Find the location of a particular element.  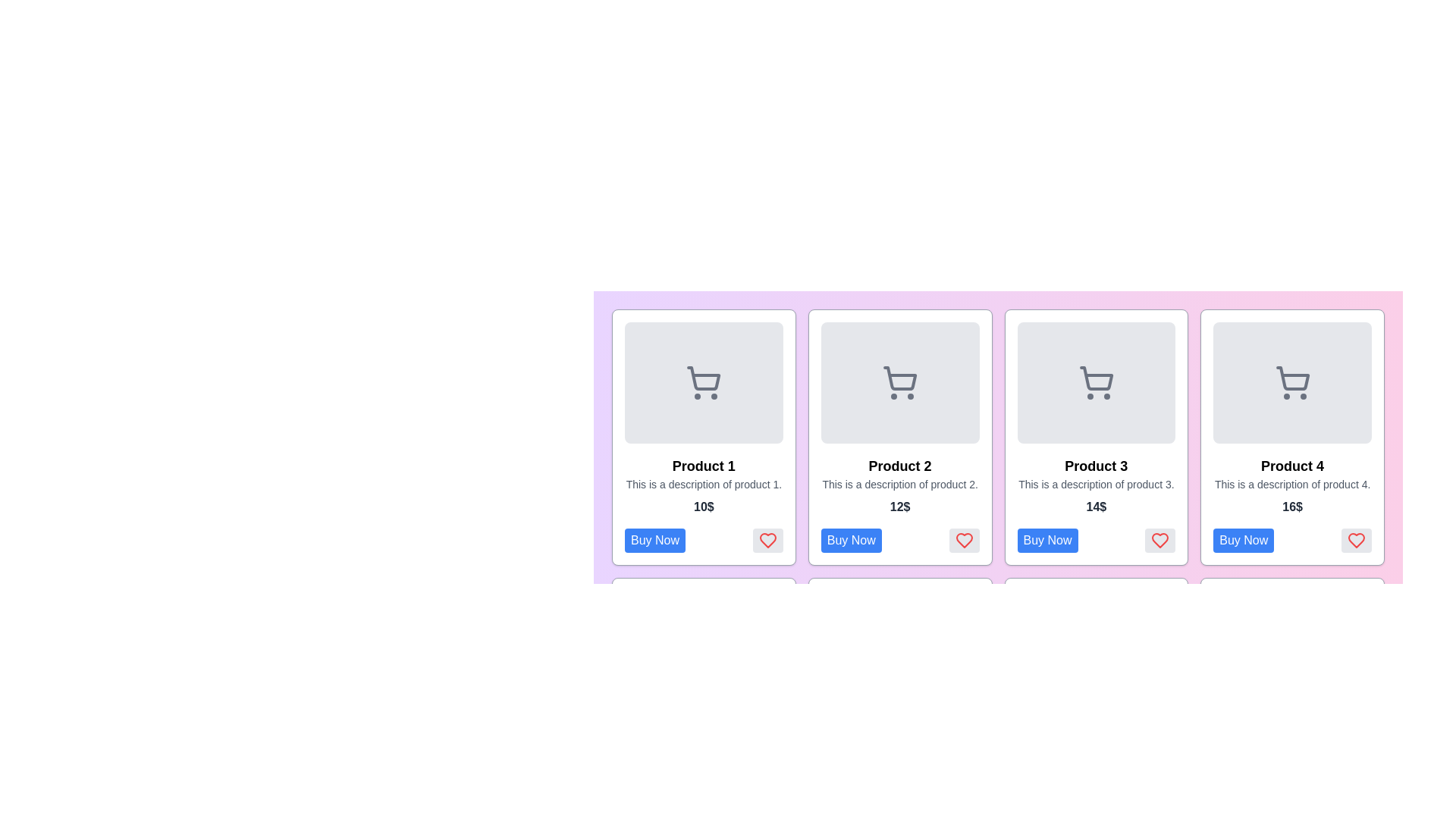

the Product card for 'Product 4' is located at coordinates (1291, 438).